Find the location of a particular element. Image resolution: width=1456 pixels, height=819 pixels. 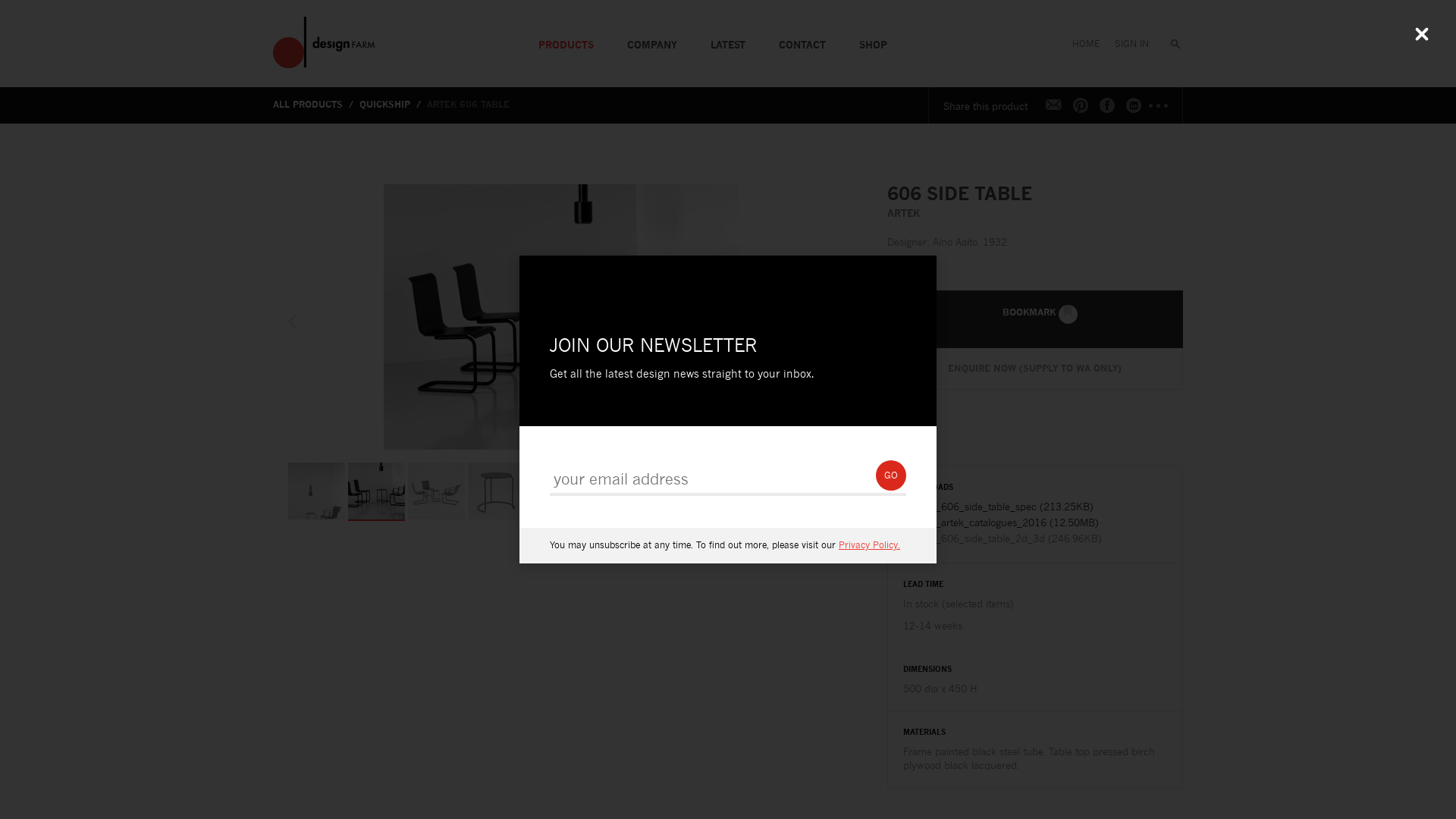

'Close' is located at coordinates (1421, 34).